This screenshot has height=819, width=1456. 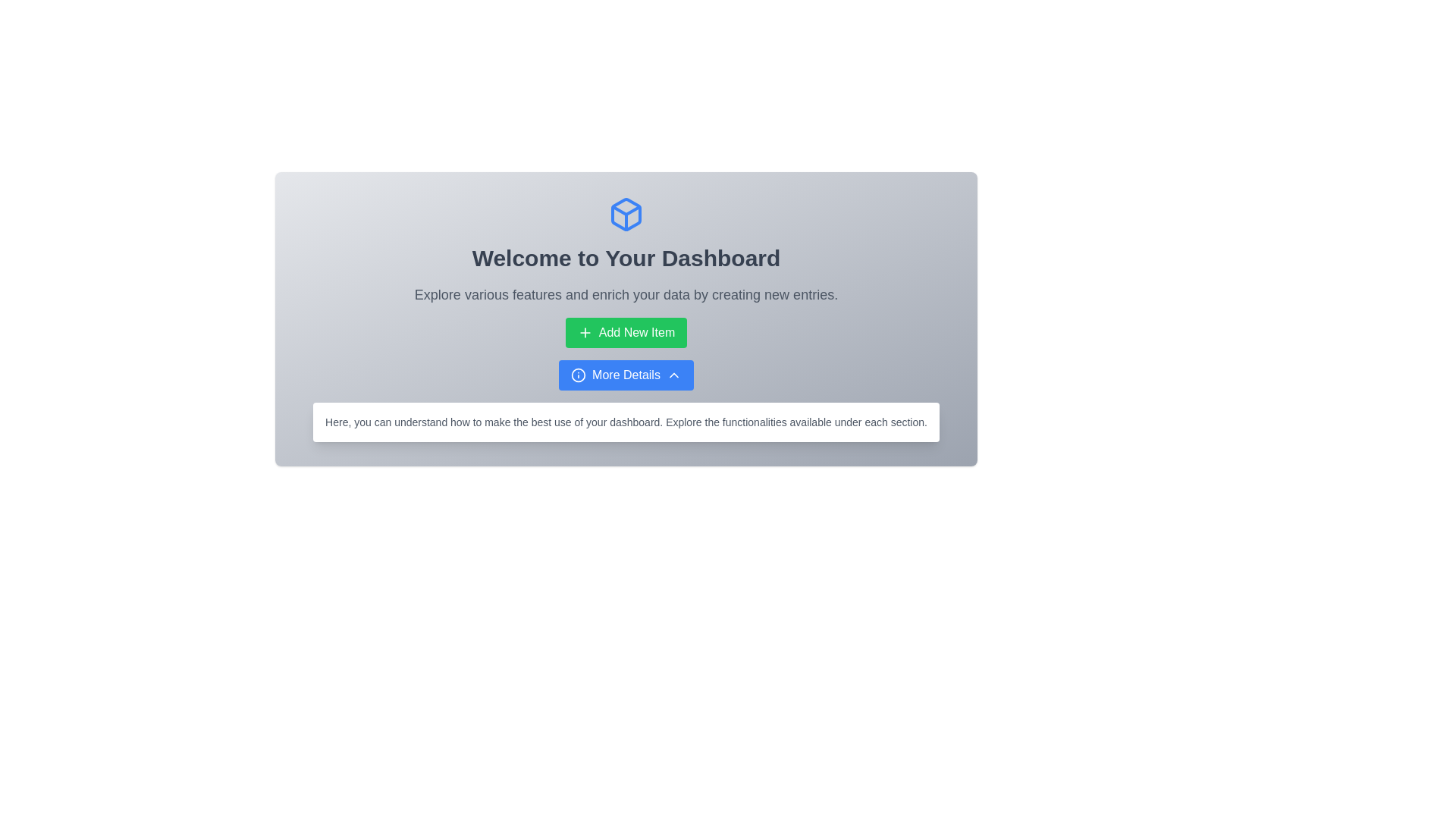 I want to click on the plus (+) icon located within the green rectangular 'Add New Item' button, which is centrally aligned on the dashboard, so click(x=584, y=332).